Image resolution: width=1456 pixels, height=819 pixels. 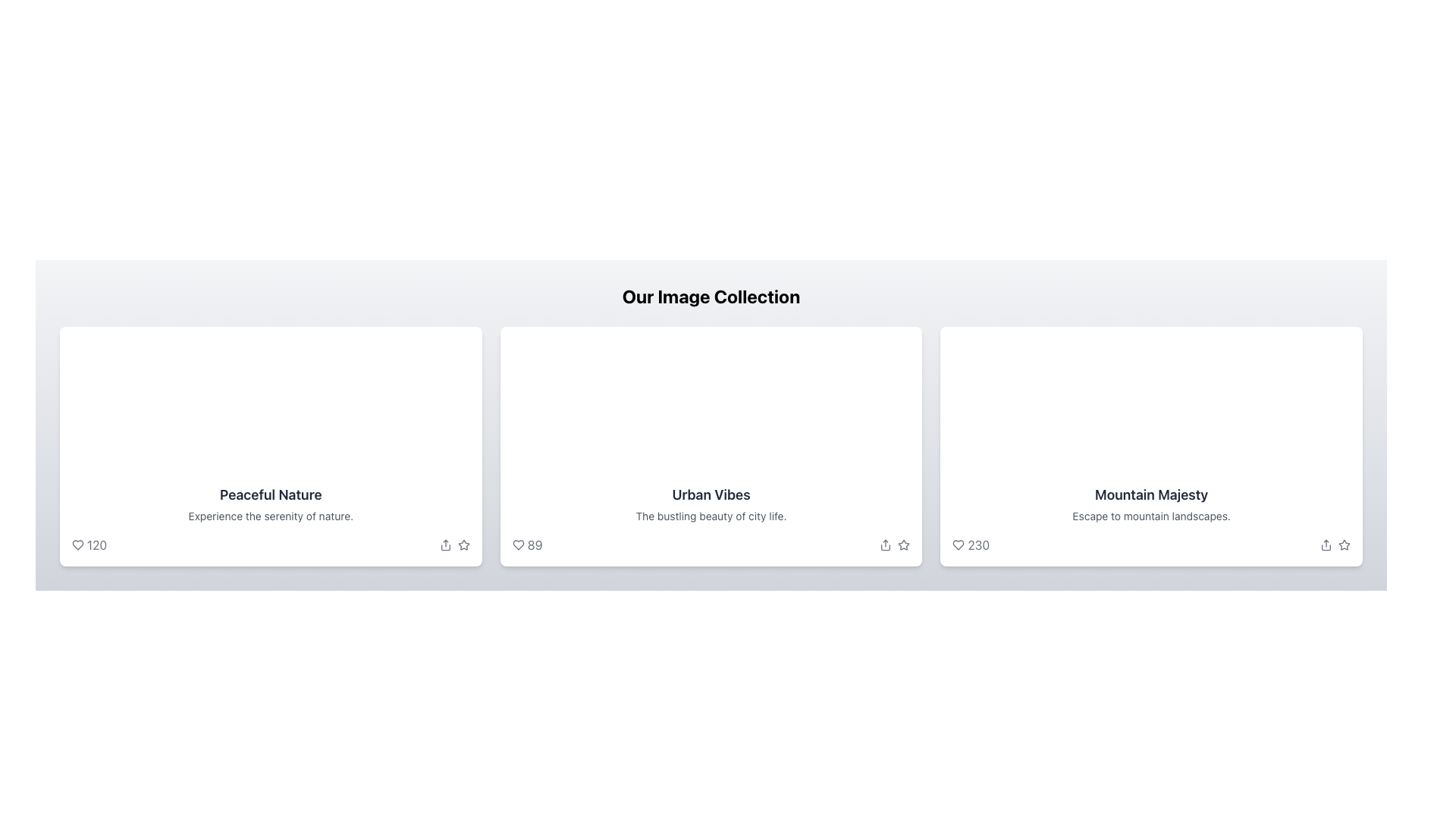 I want to click on text content of the descriptive title located in the second column beneath the image section, providing a brief, engaging description for the viewer, so click(x=710, y=519).